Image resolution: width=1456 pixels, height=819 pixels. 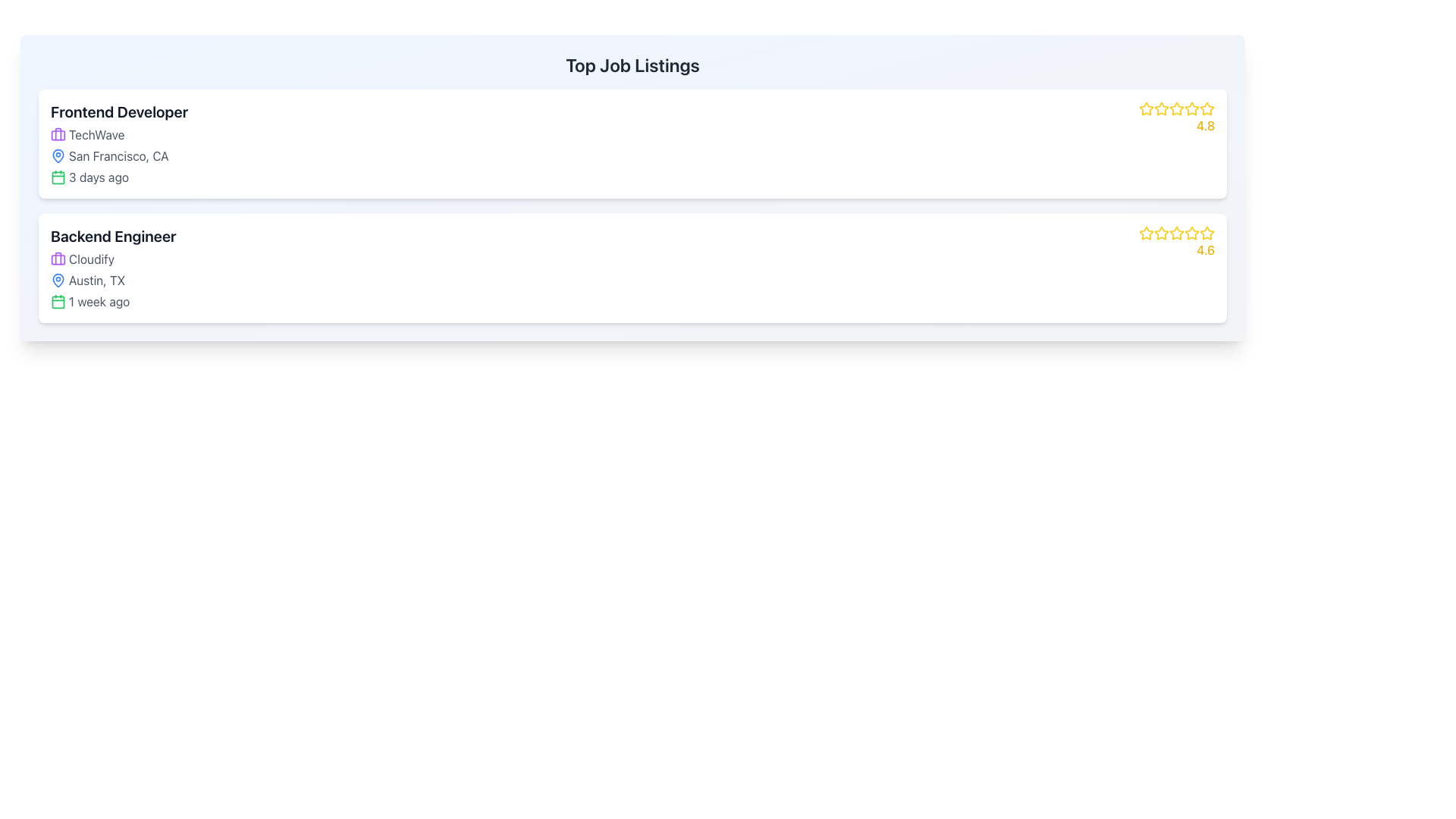 I want to click on the fifth graphical rating star icon, which is a golden-yellow filled star outlined in stroke, located in the upper-right section of the job listing card for 'Frontend Developer', so click(x=1191, y=108).